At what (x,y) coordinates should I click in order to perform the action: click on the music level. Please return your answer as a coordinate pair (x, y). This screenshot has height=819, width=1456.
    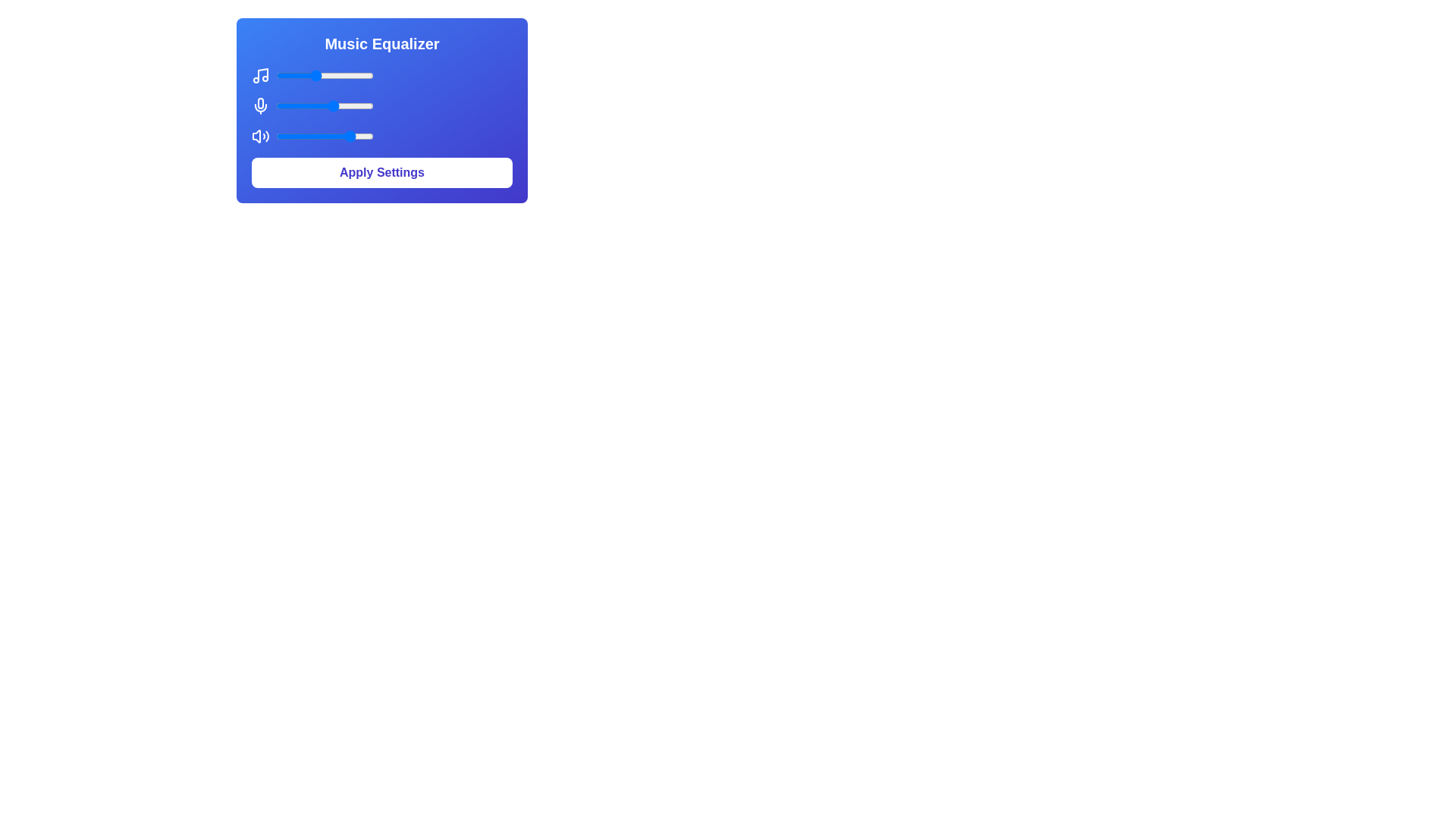
    Looking at the image, I should click on (355, 76).